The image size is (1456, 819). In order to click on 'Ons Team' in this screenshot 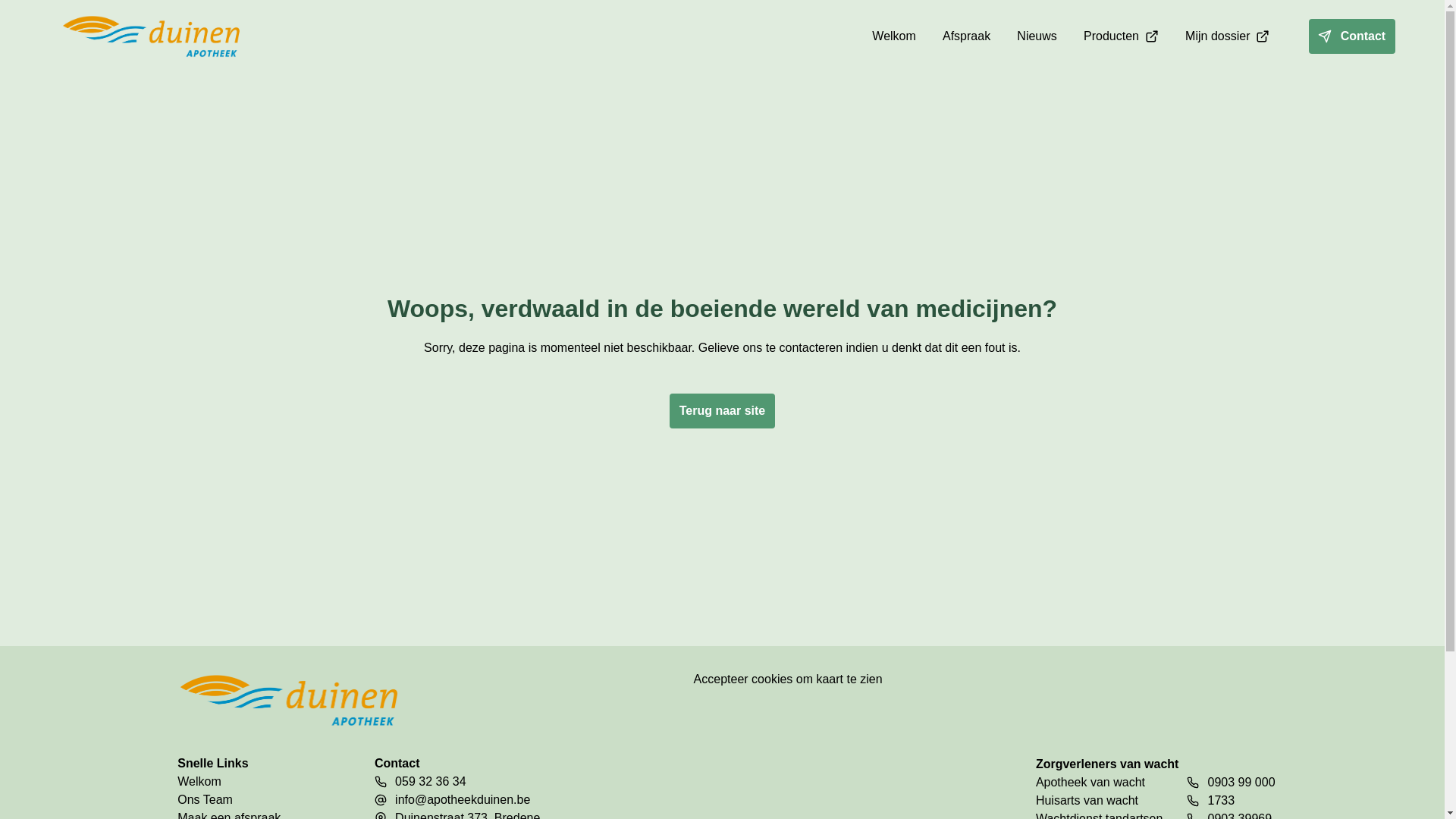, I will do `click(177, 799)`.